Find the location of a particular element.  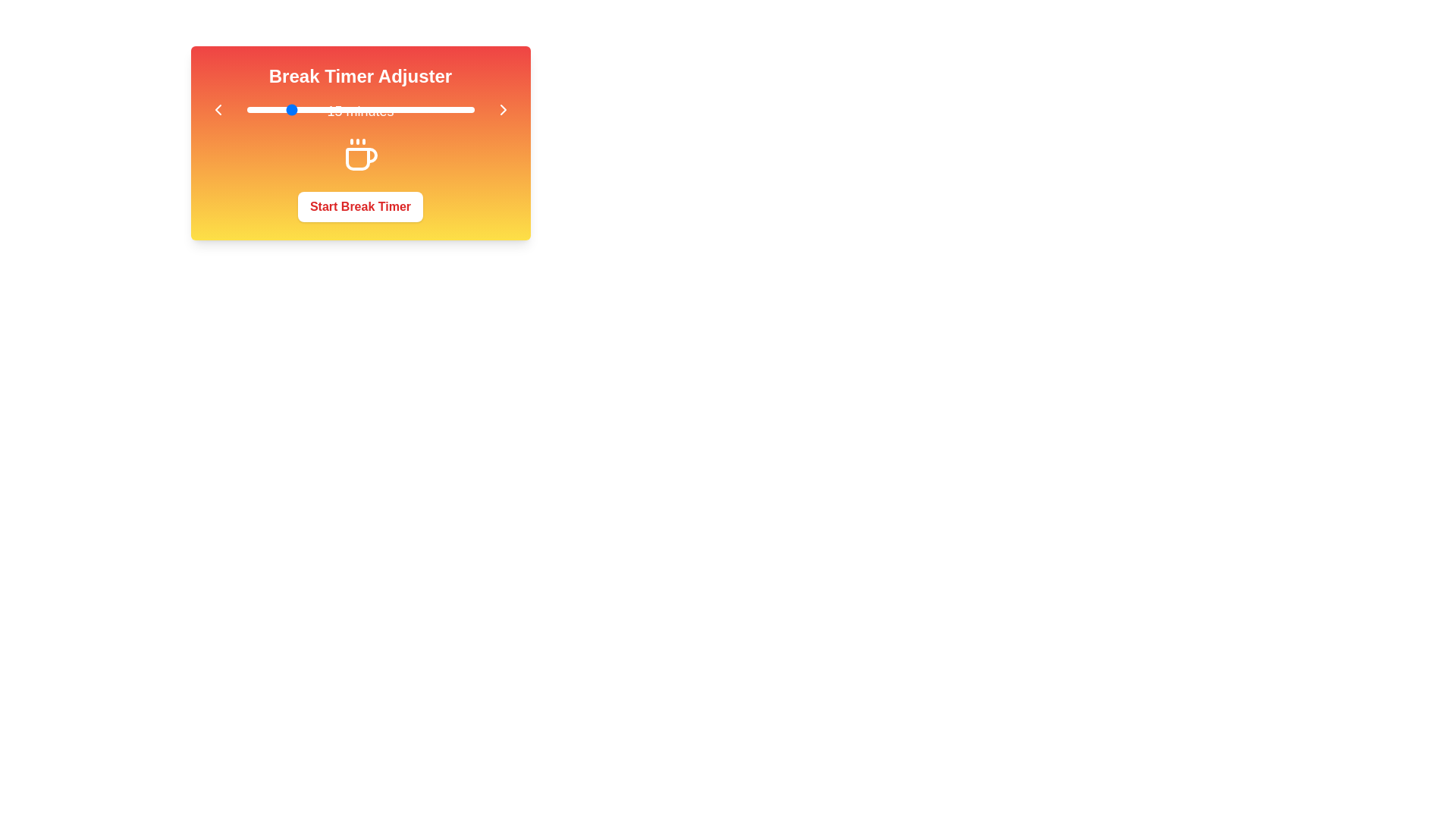

the slider to set the break duration to 19 minutes is located at coordinates (303, 109).